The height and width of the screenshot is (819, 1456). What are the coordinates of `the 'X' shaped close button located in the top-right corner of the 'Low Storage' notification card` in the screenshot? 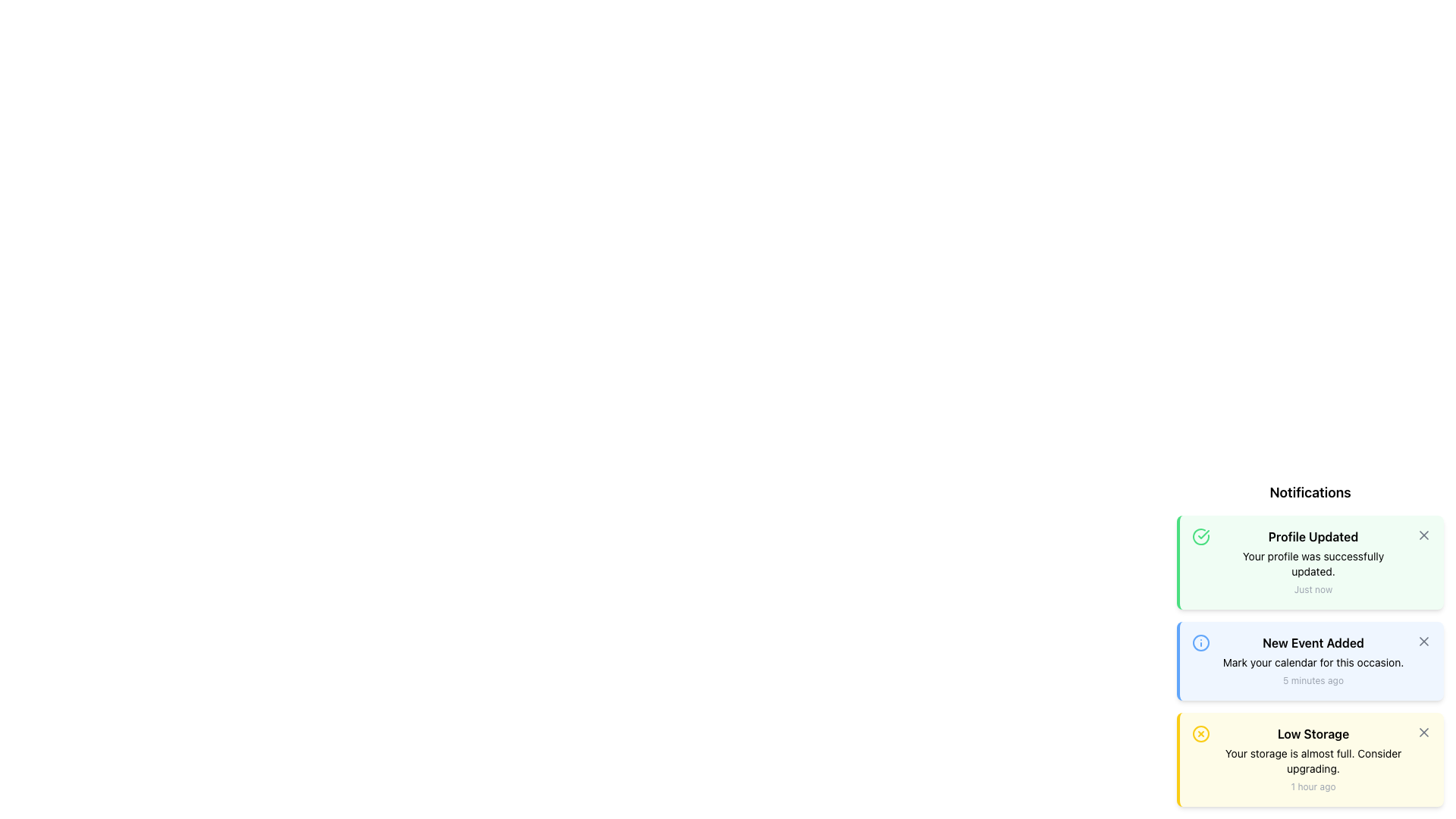 It's located at (1423, 731).